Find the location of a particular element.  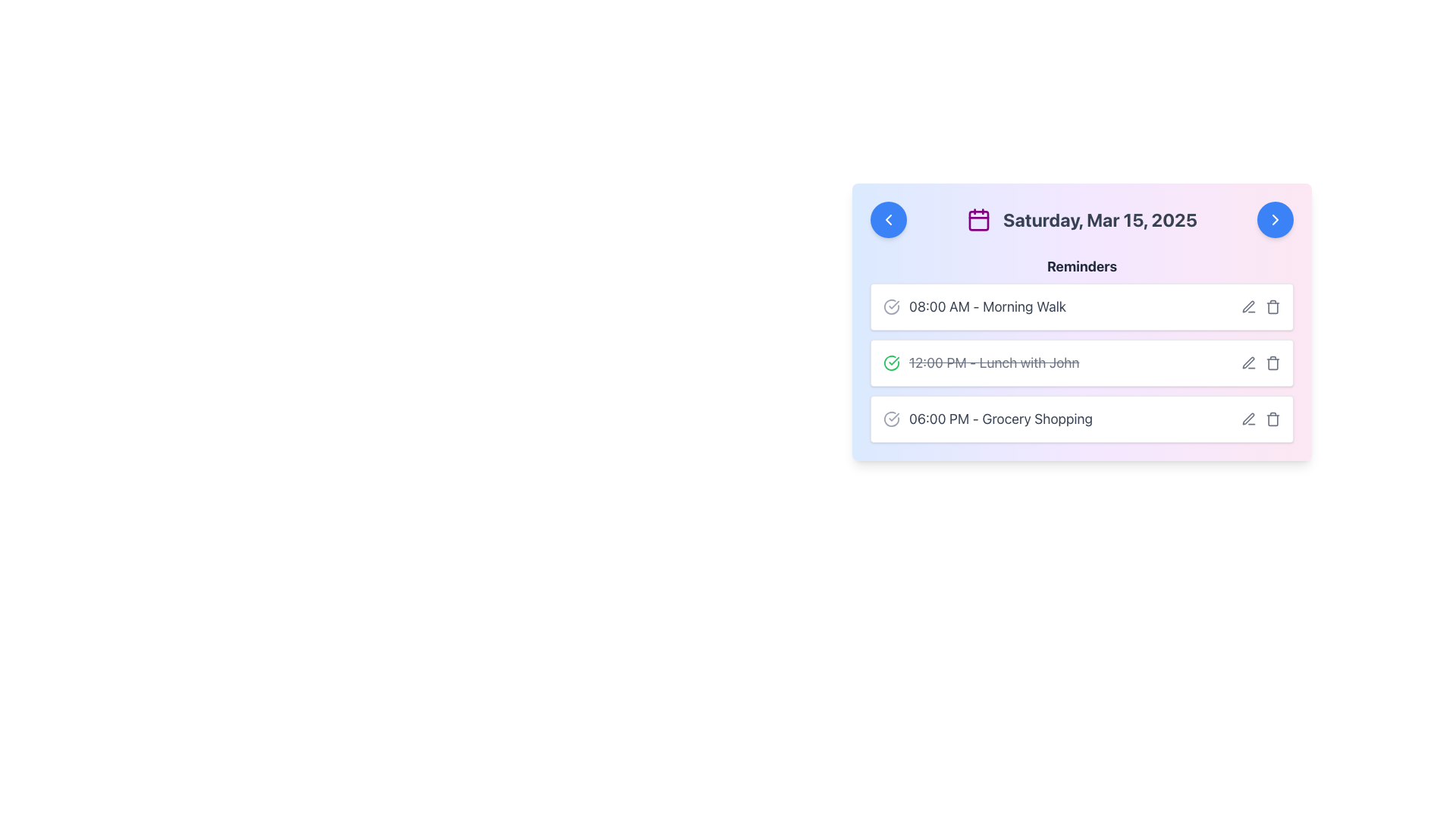

the icon of the scheduled reminder labeled '06:00 PM - Grocery Shopping' to mark it as completed is located at coordinates (987, 419).